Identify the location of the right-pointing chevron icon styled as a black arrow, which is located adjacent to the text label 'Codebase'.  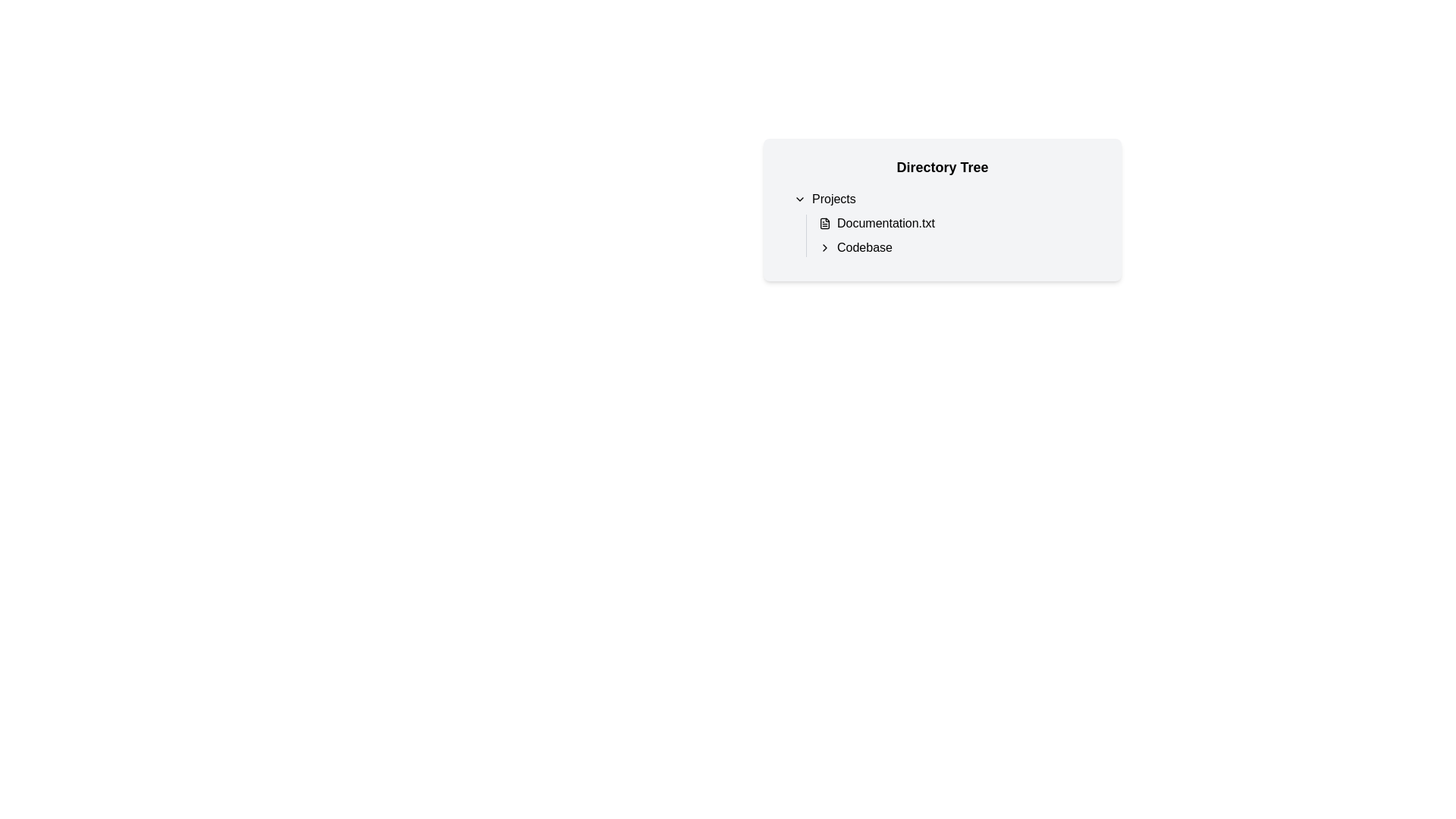
(824, 247).